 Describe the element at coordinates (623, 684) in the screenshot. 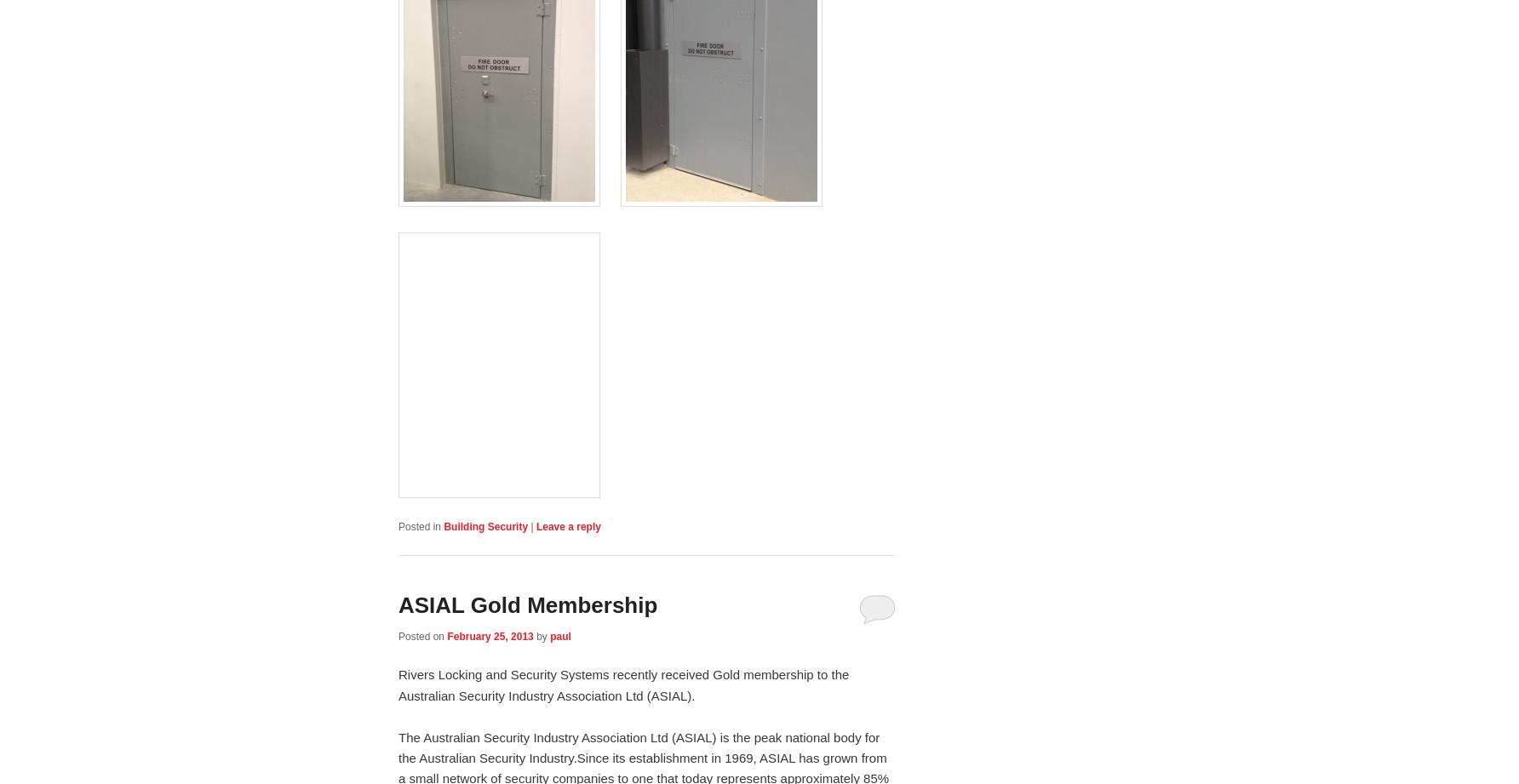

I see `'Rivers Locking and Security Systems recently received Gold membership to the Australian Security Industry Association Ltd (ASIAL).'` at that location.